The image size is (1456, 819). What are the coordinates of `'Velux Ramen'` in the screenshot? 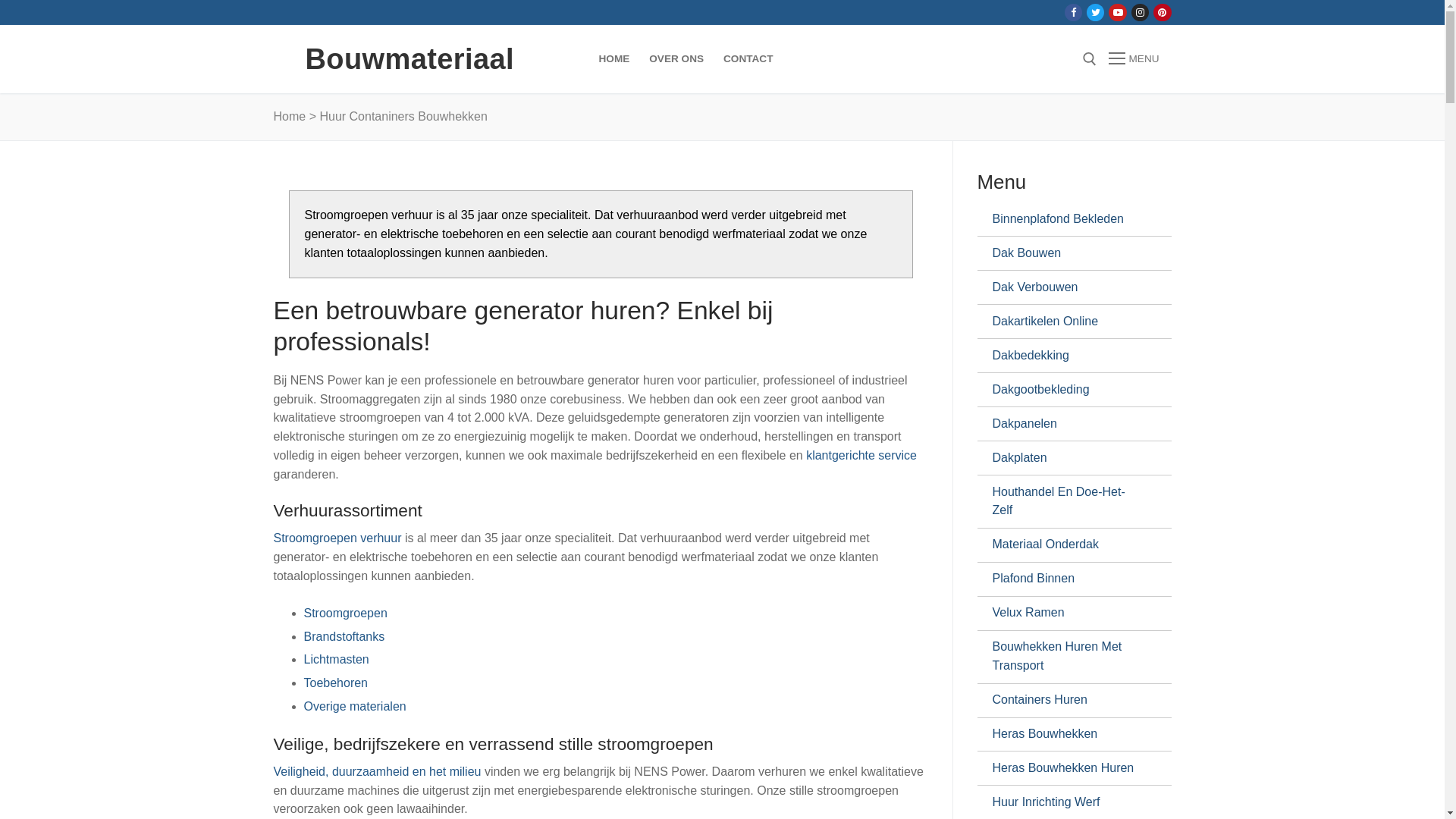 It's located at (1066, 613).